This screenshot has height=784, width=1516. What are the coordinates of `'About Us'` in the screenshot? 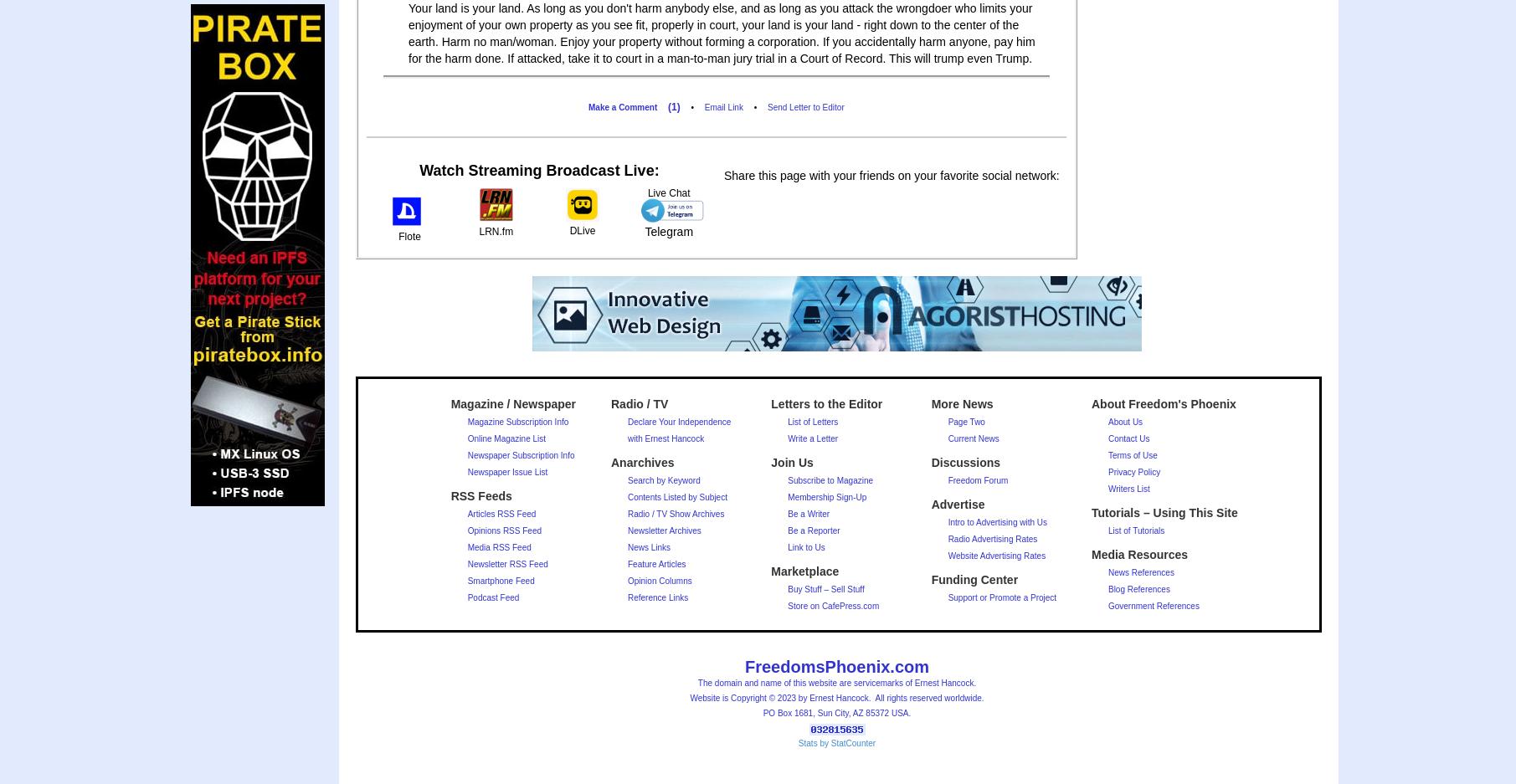 It's located at (1123, 422).